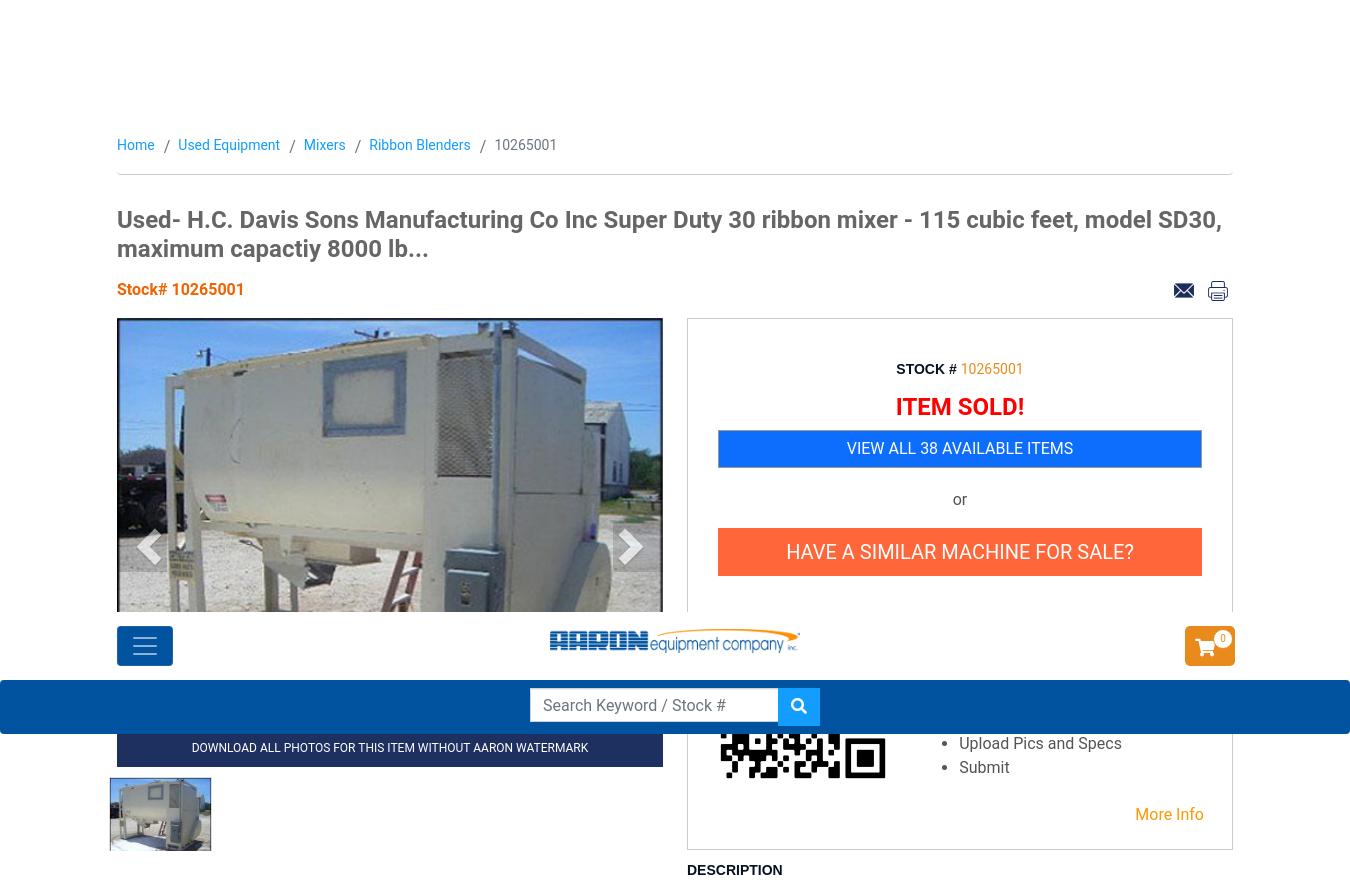 This screenshot has width=1350, height=881. Describe the element at coordinates (733, 256) in the screenshot. I see `'DESCRIPTION'` at that location.